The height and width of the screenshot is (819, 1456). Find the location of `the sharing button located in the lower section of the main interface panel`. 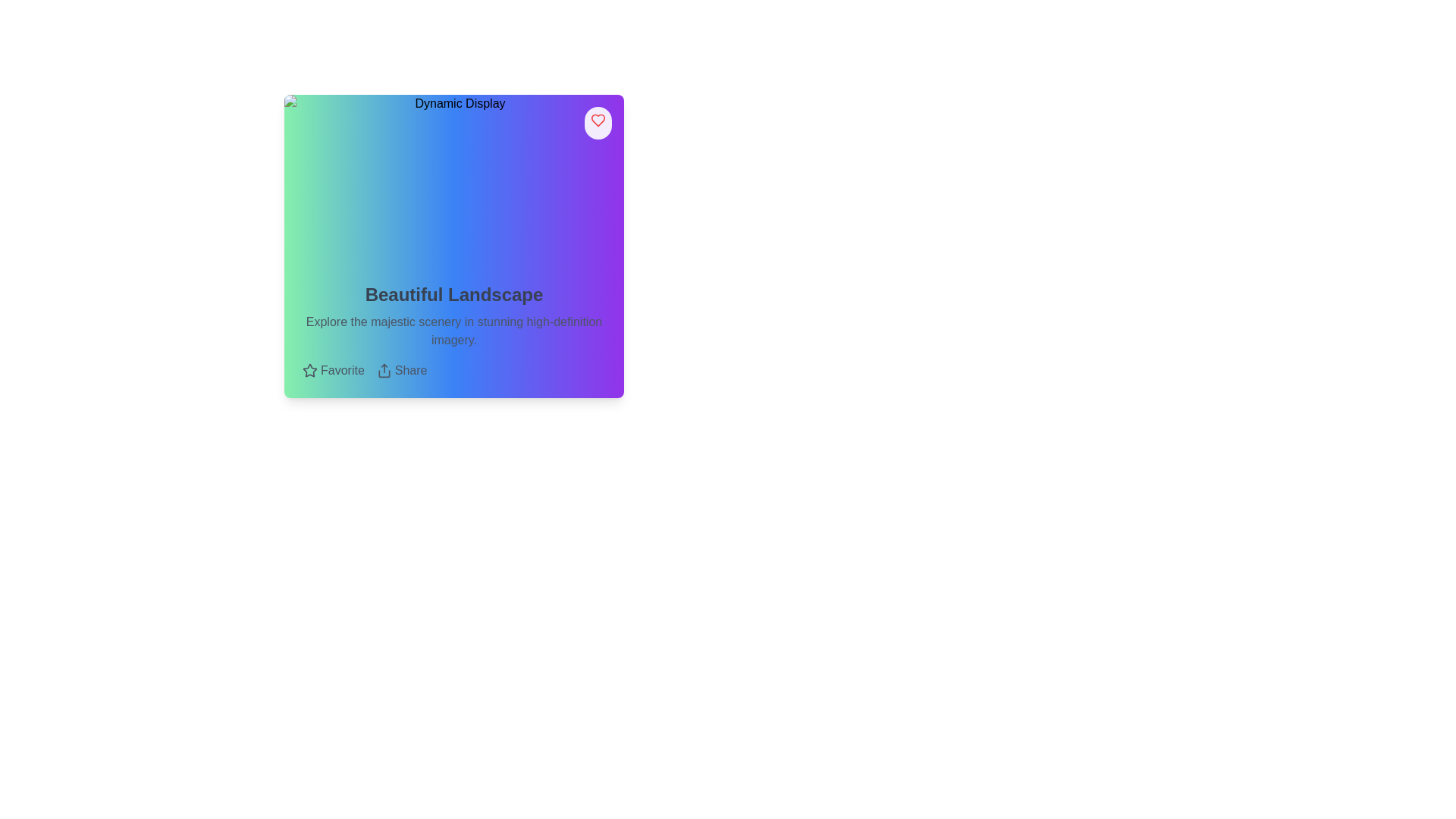

the sharing button located in the lower section of the main interface panel is located at coordinates (402, 371).